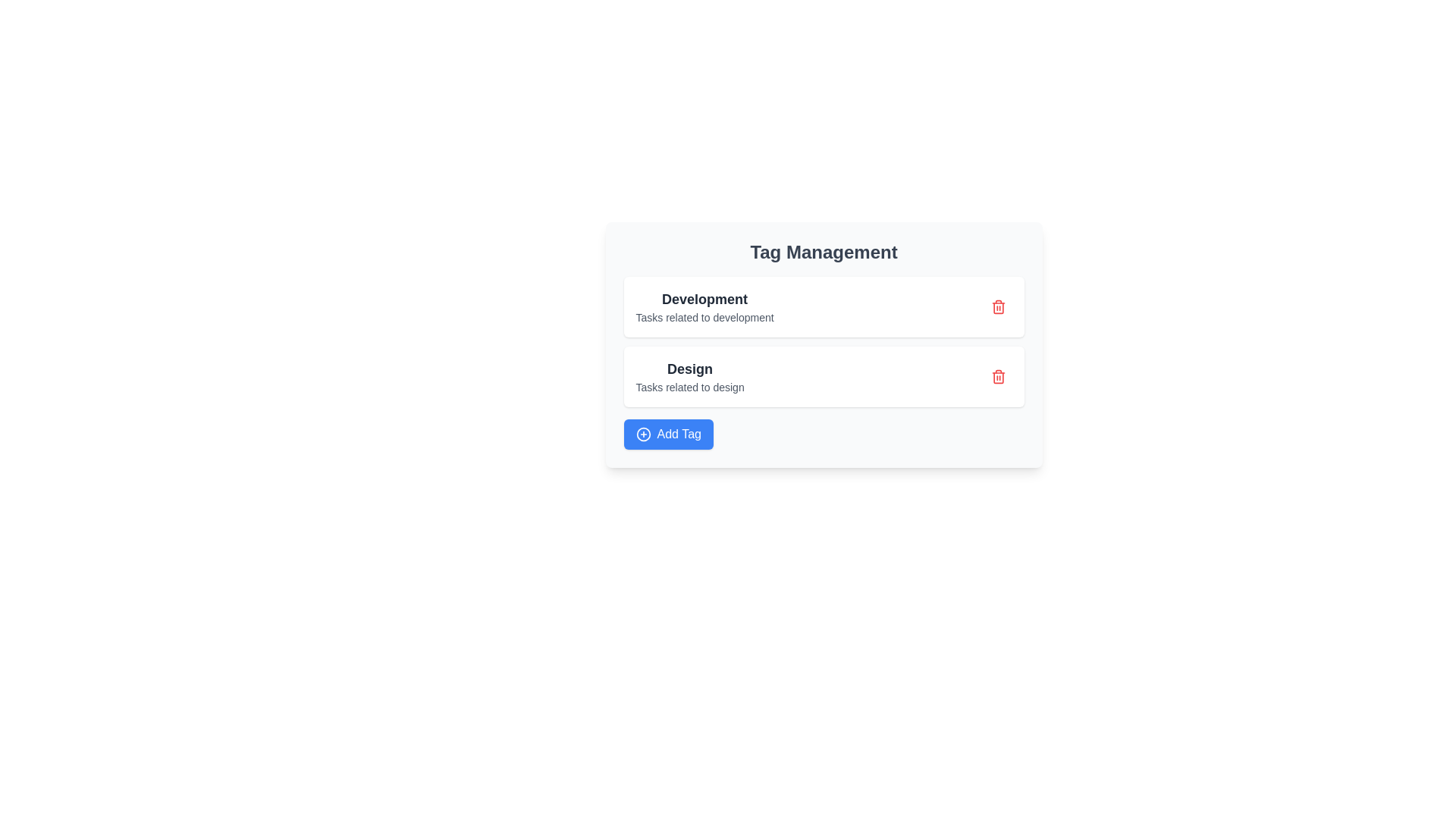 The width and height of the screenshot is (1456, 819). Describe the element at coordinates (823, 307) in the screenshot. I see `title 'Development' and the description 'Tasks related to development' from the first card in the 'Tag Management' section` at that location.